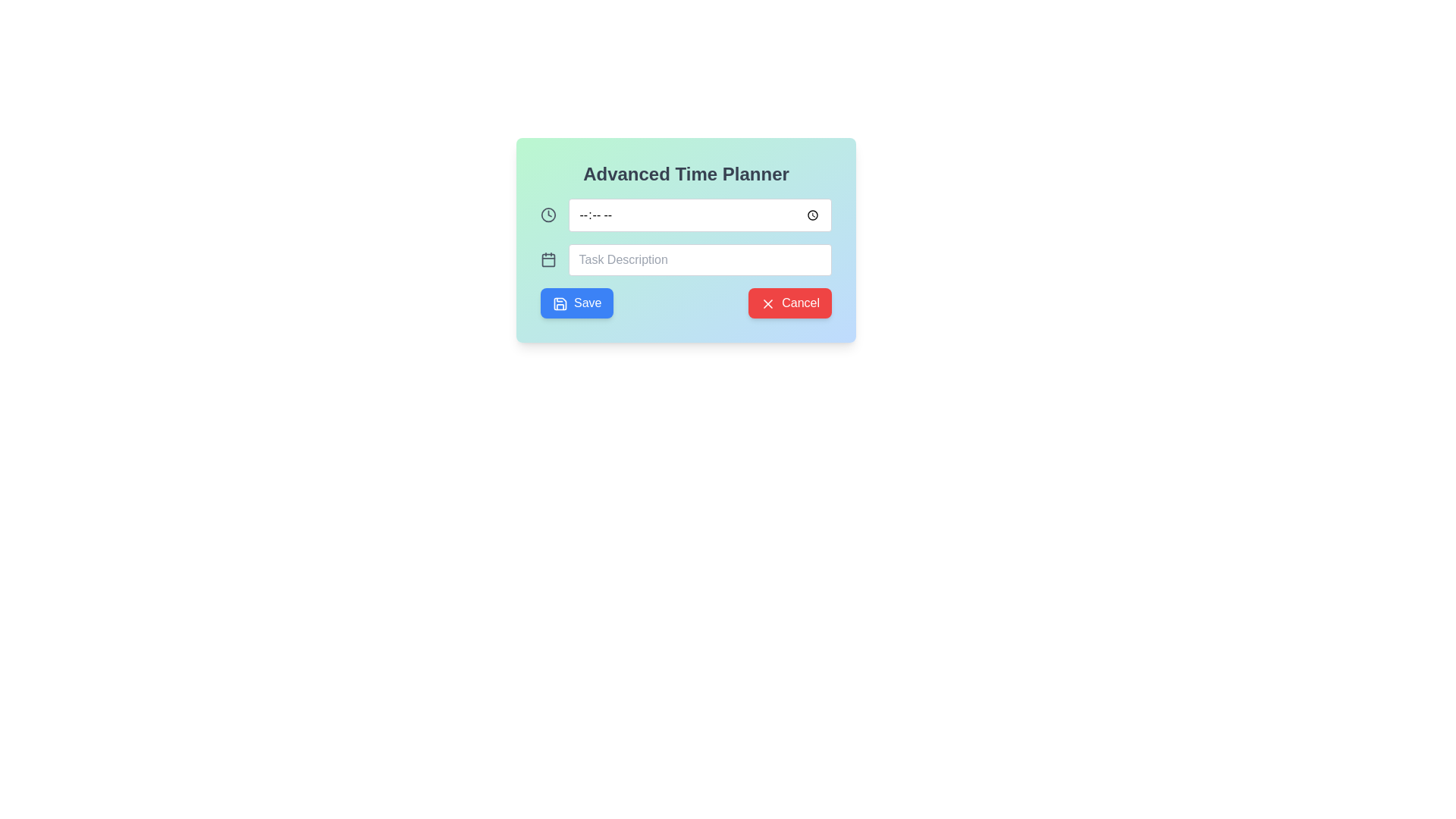 This screenshot has height=819, width=1456. I want to click on the blue 'Save' button containing the minimalist white floppy disk icon, so click(560, 303).